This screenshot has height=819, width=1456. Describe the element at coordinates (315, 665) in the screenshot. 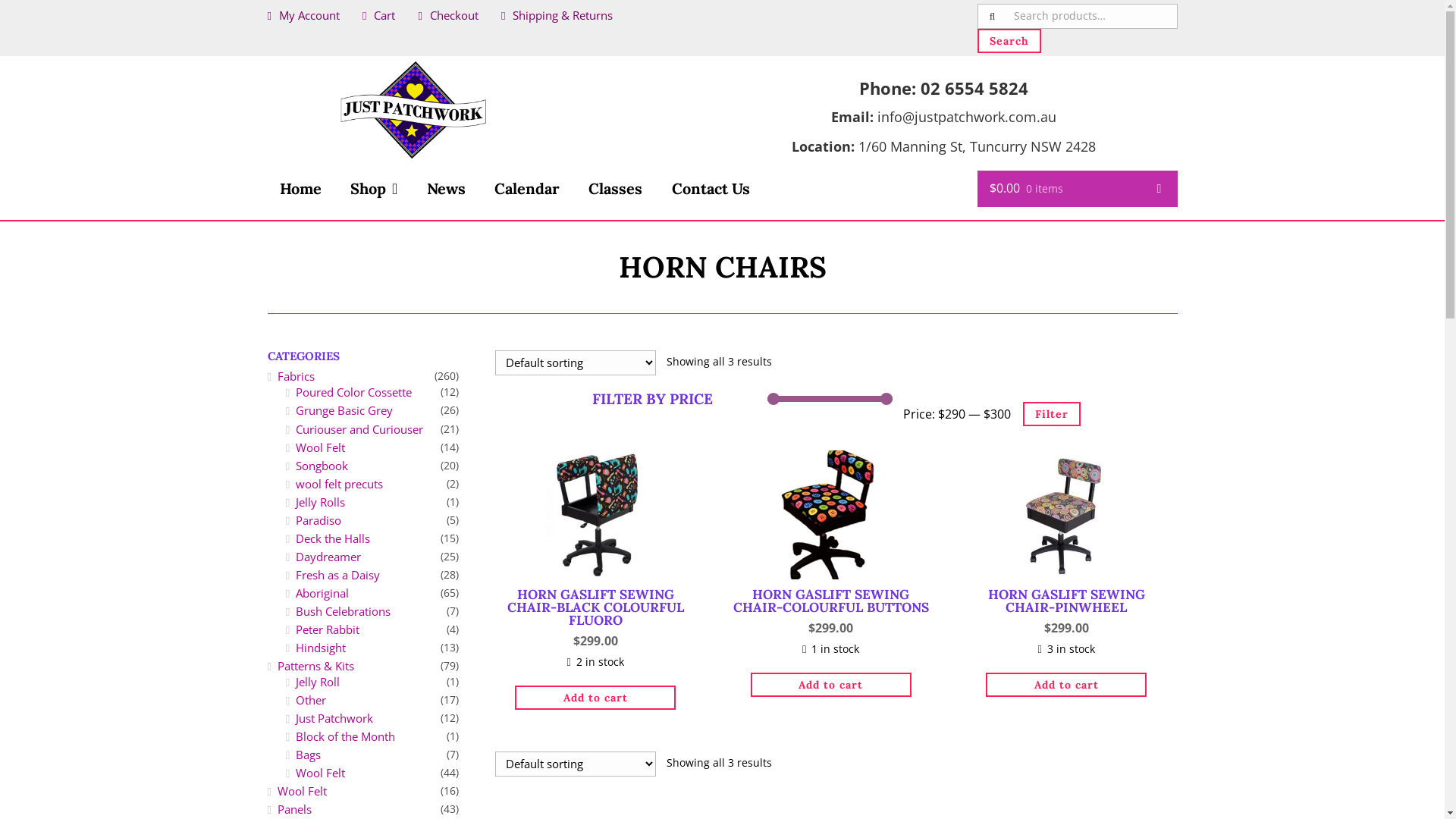

I see `'Patterns & Kits'` at that location.